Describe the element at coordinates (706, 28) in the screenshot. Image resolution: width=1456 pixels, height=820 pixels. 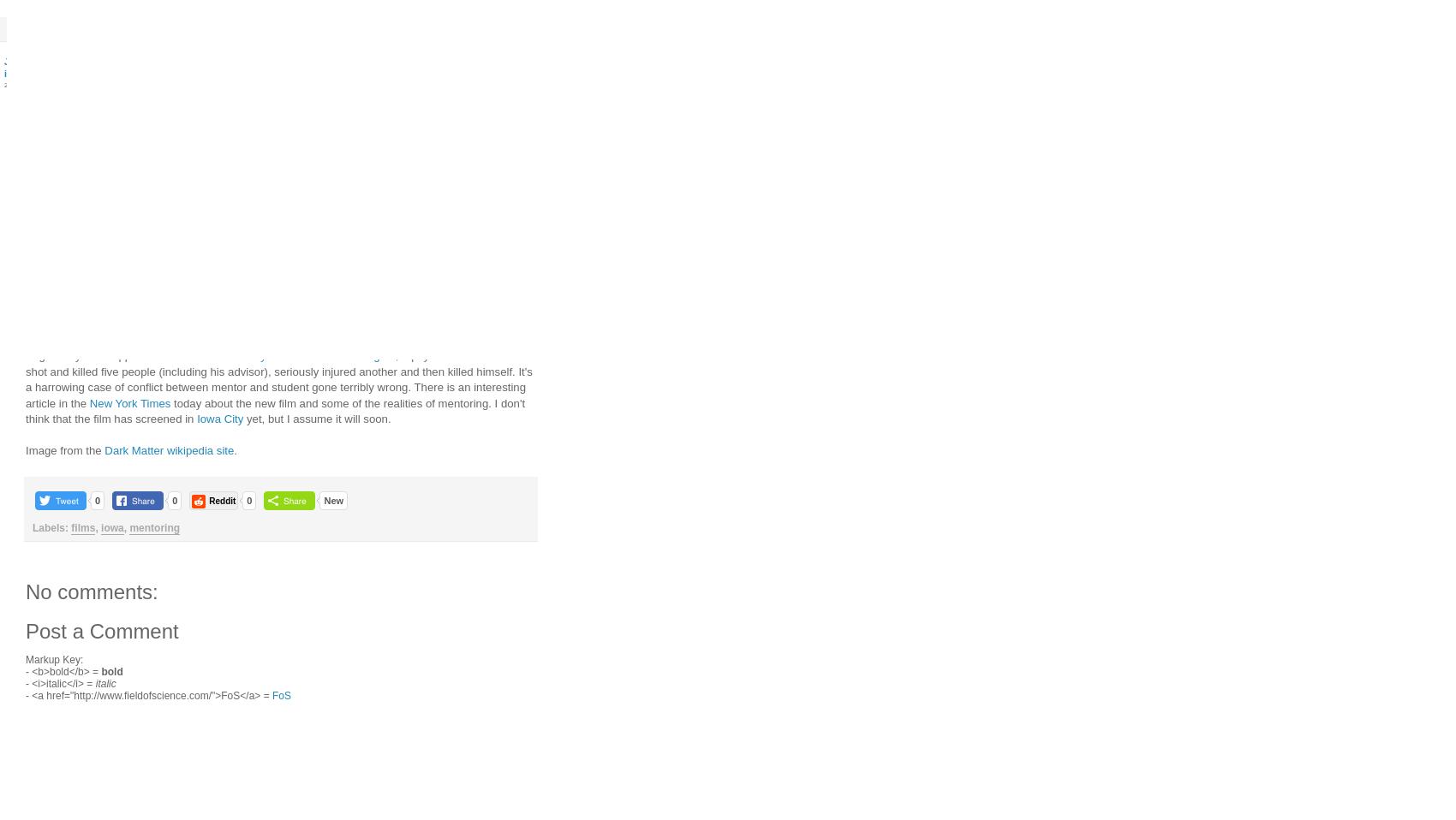
I see `'Field of Science'` at that location.